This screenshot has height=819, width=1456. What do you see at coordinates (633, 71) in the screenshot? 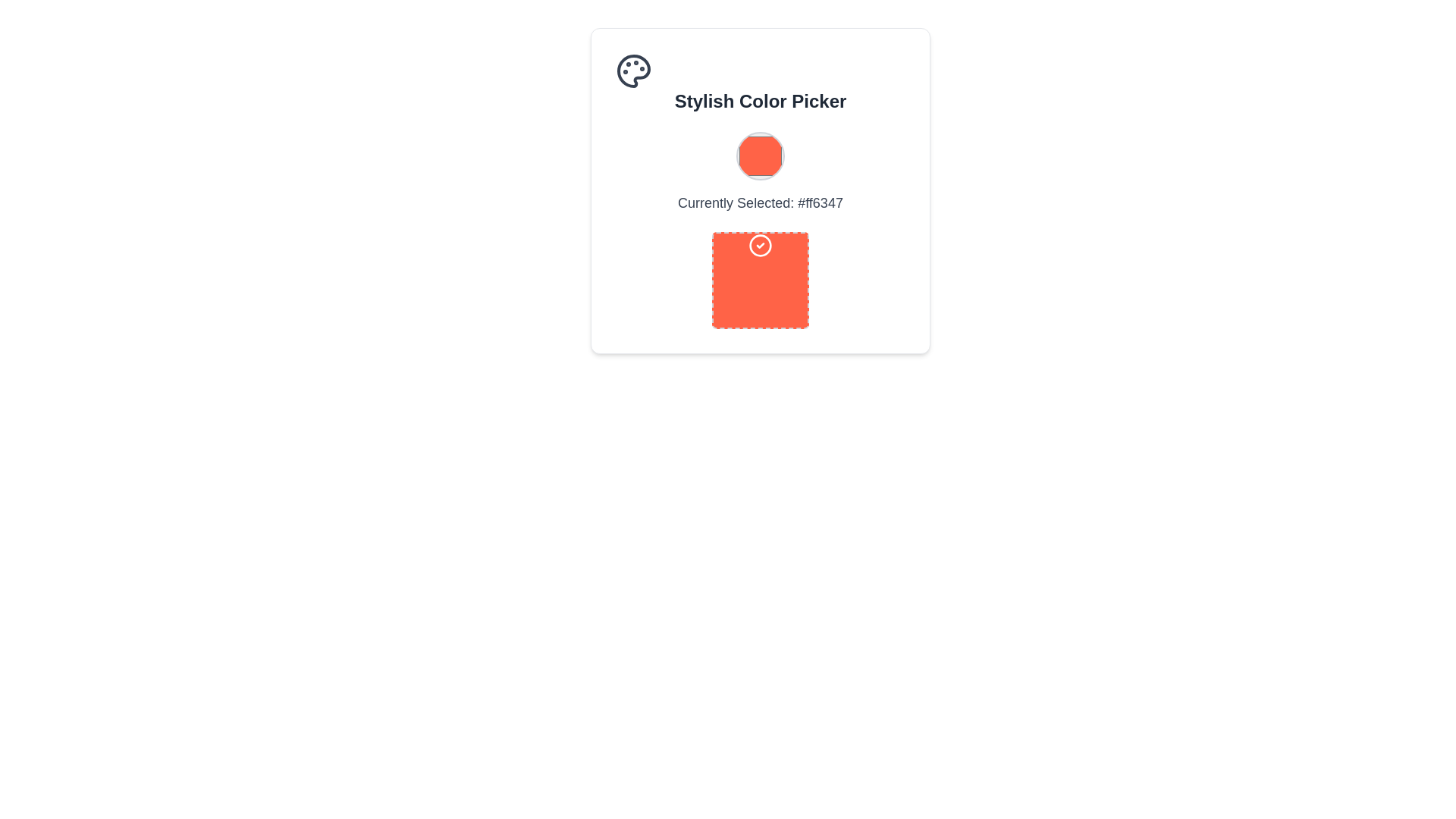
I see `the artist's palette icon component located in the top-left corner of the card UI, which features a minimalist design with circular wells for paint` at bounding box center [633, 71].